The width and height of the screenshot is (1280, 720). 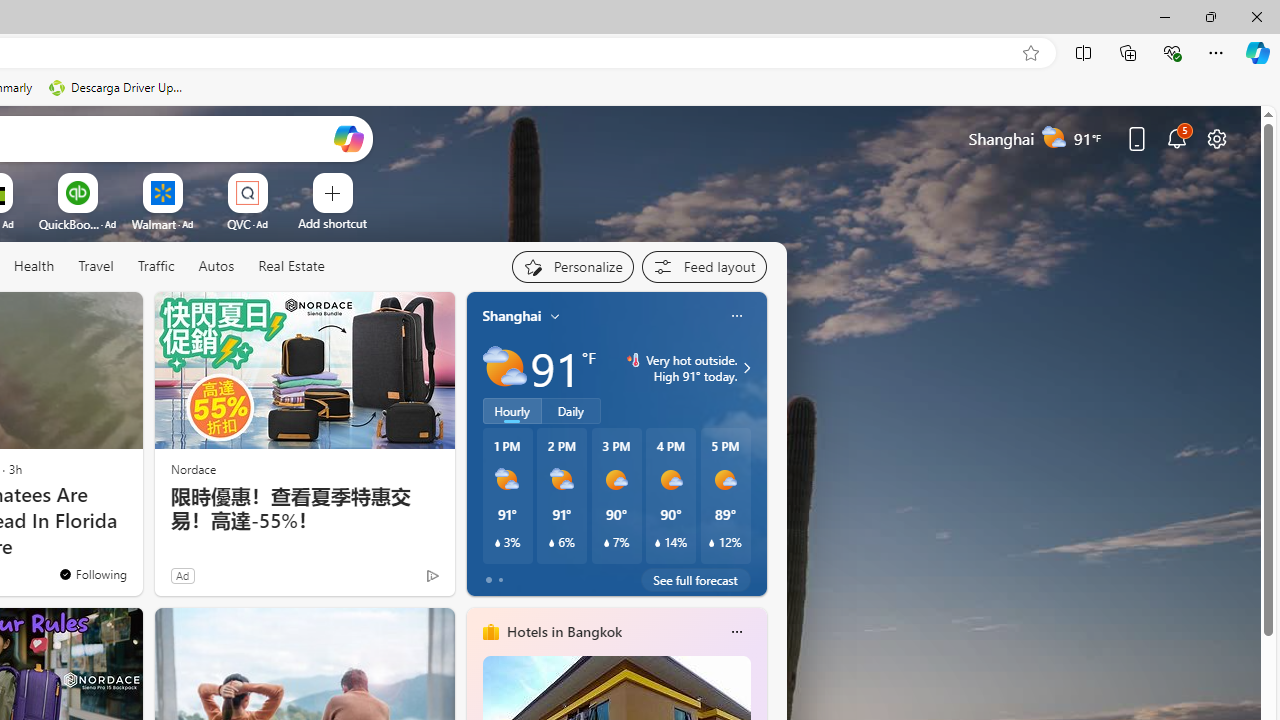 I want to click on 'Class: icon-img', so click(x=735, y=632).